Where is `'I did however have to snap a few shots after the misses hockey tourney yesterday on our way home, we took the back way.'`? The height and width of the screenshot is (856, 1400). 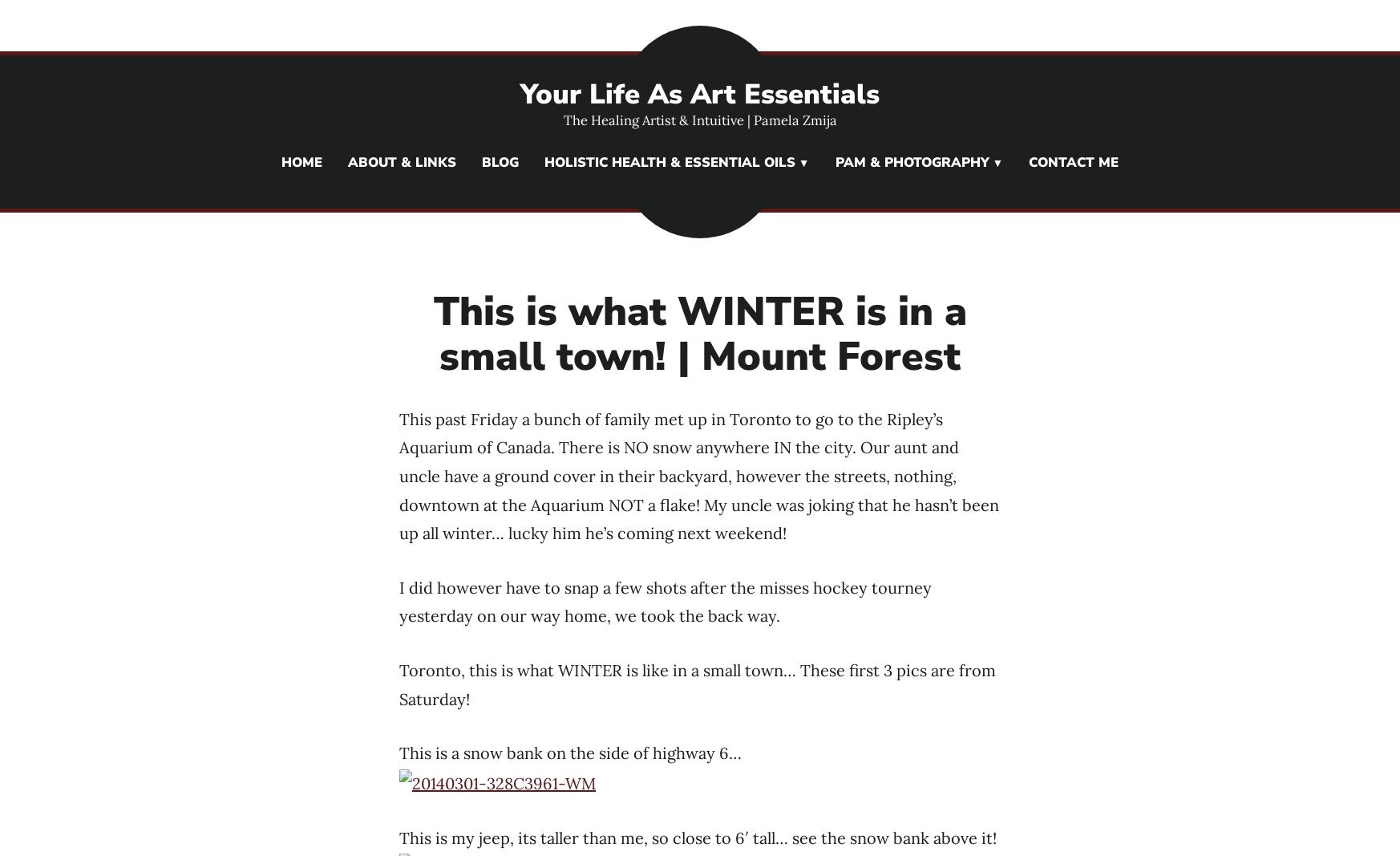
'I did however have to snap a few shots after the misses hockey tourney yesterday on our way home, we took the back way.' is located at coordinates (666, 600).